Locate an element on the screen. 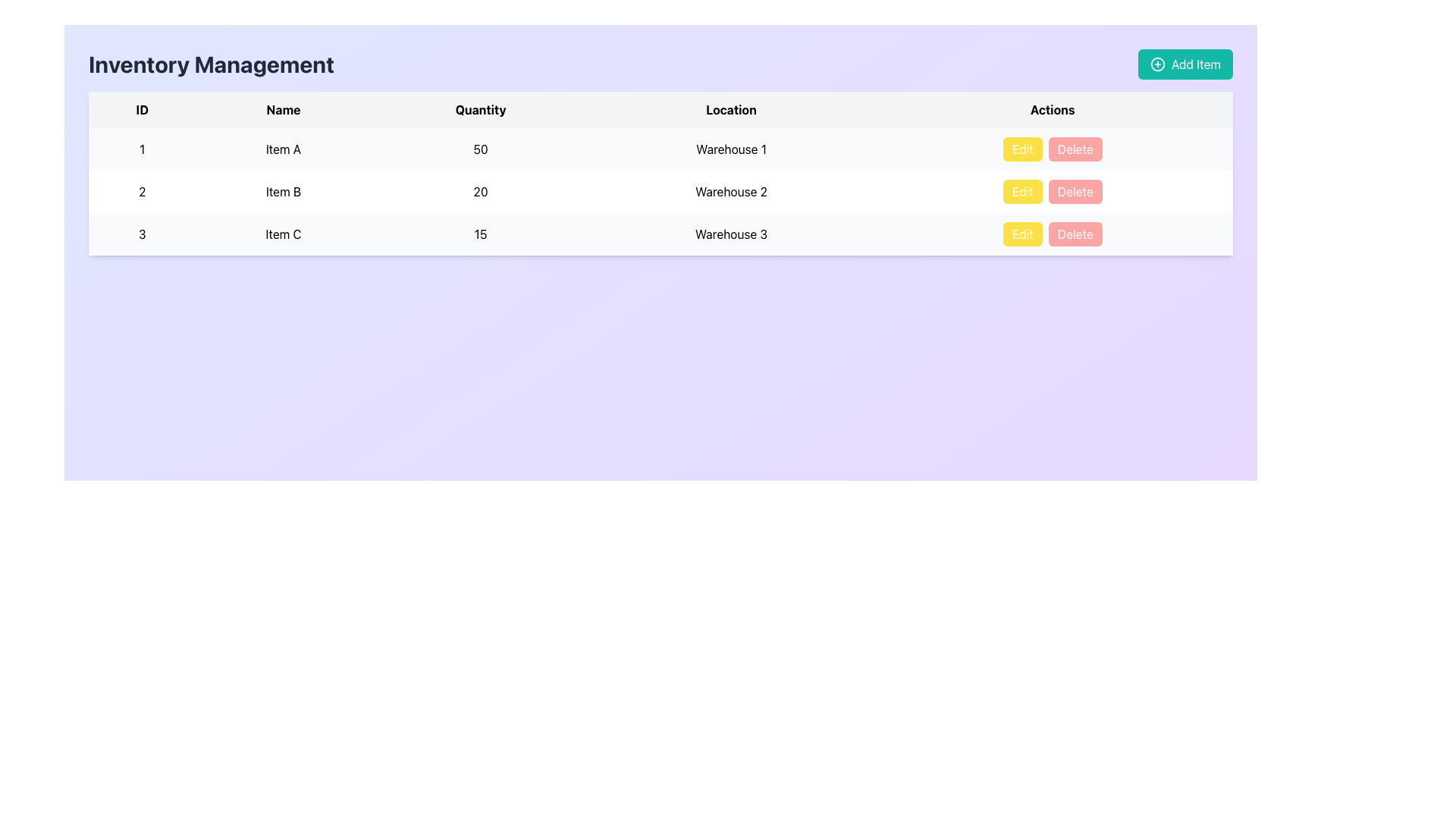 This screenshot has height=819, width=1456. the text label displaying the number '1', which is located is located at coordinates (142, 149).